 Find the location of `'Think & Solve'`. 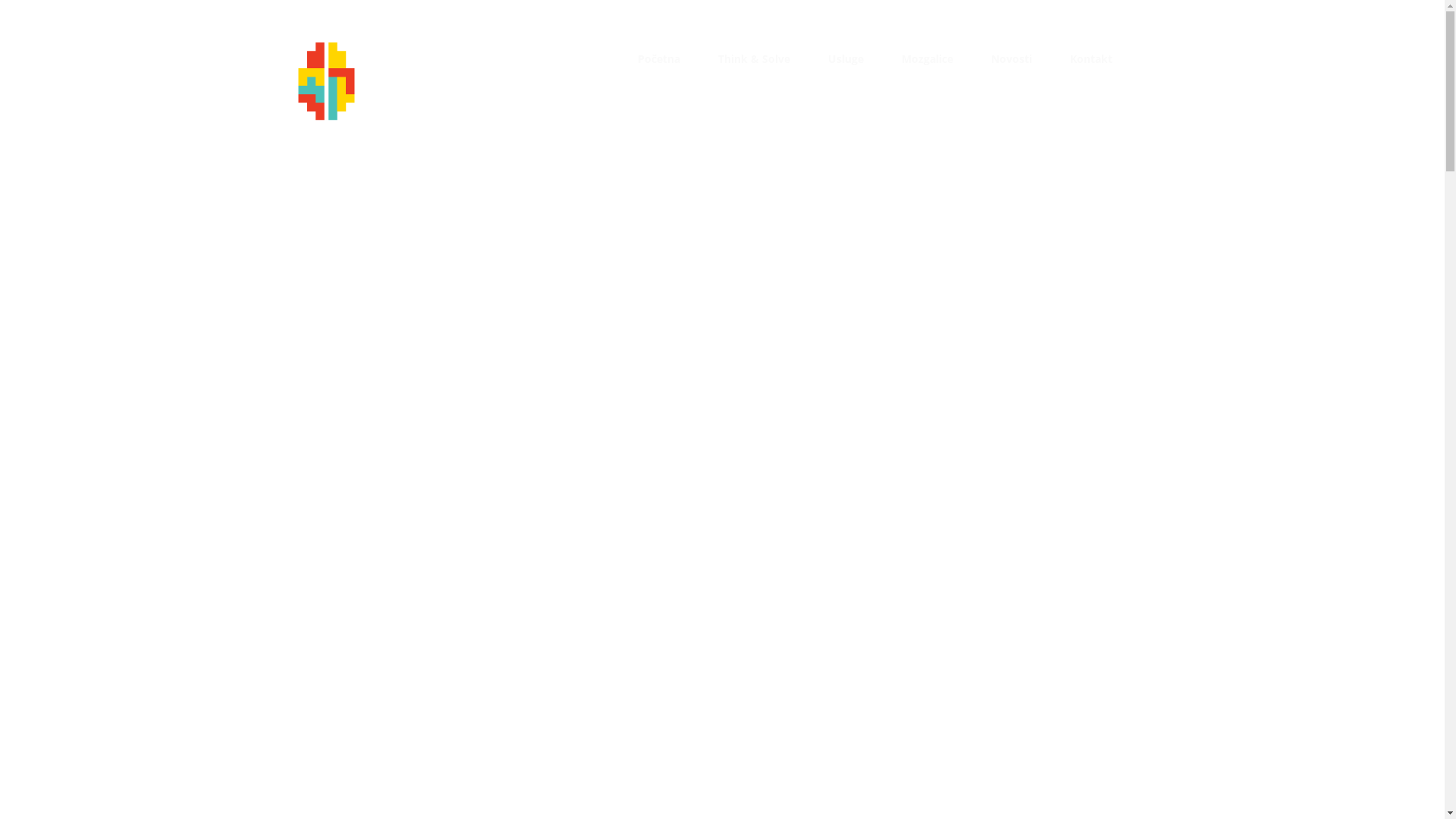

'Think & Solve' is located at coordinates (754, 58).